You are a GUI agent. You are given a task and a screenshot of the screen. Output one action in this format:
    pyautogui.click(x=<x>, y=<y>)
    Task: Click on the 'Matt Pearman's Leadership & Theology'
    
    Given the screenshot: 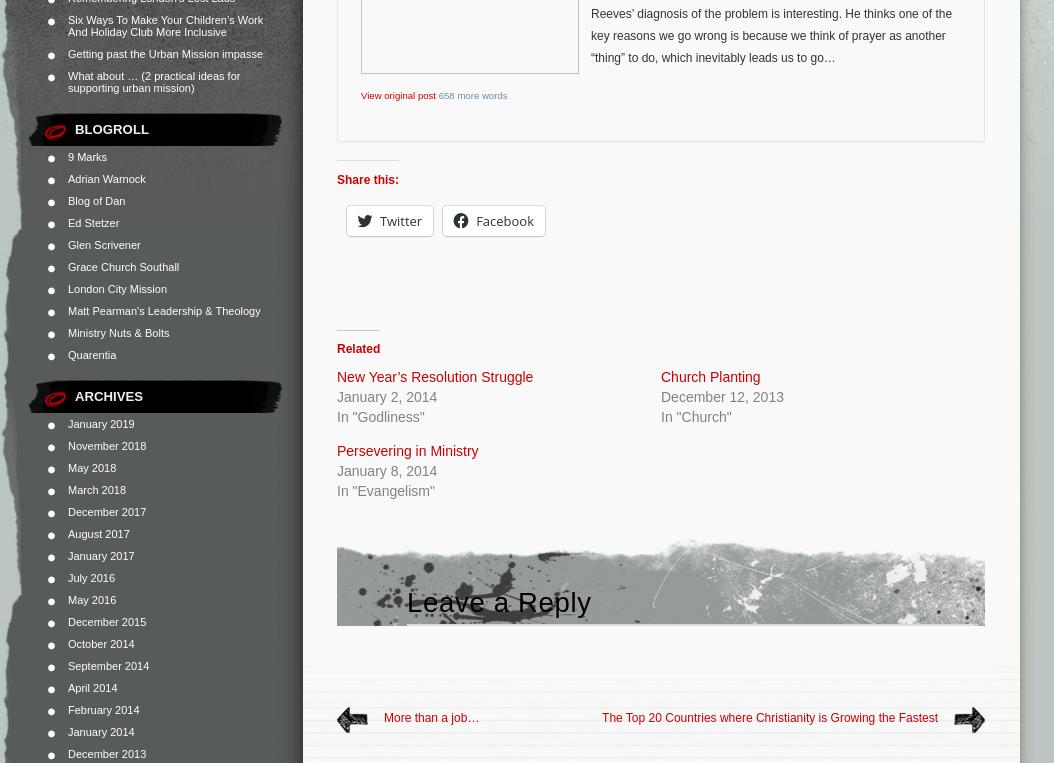 What is the action you would take?
    pyautogui.click(x=66, y=310)
    